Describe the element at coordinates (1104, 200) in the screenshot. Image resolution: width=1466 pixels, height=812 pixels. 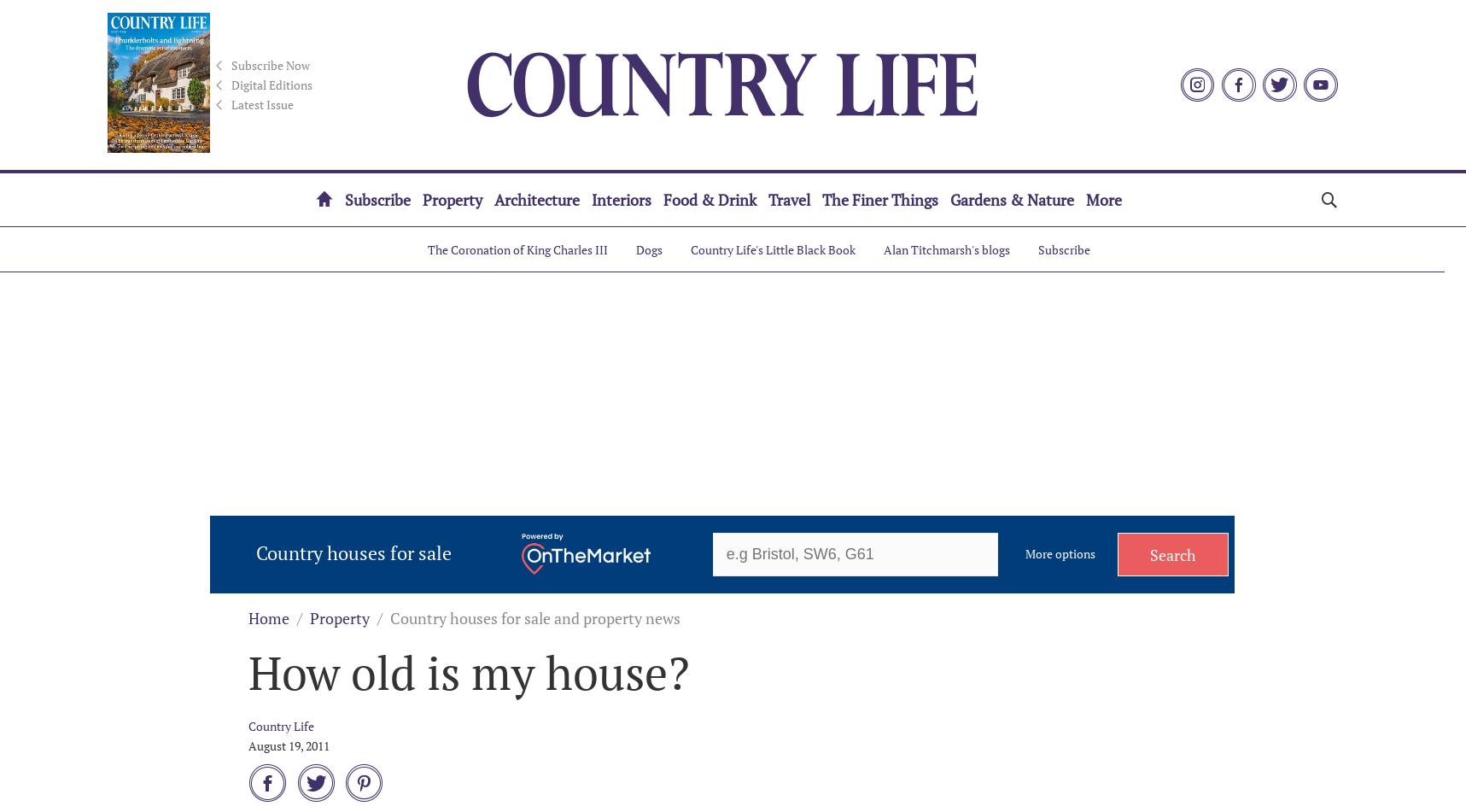
I see `'More'` at that location.